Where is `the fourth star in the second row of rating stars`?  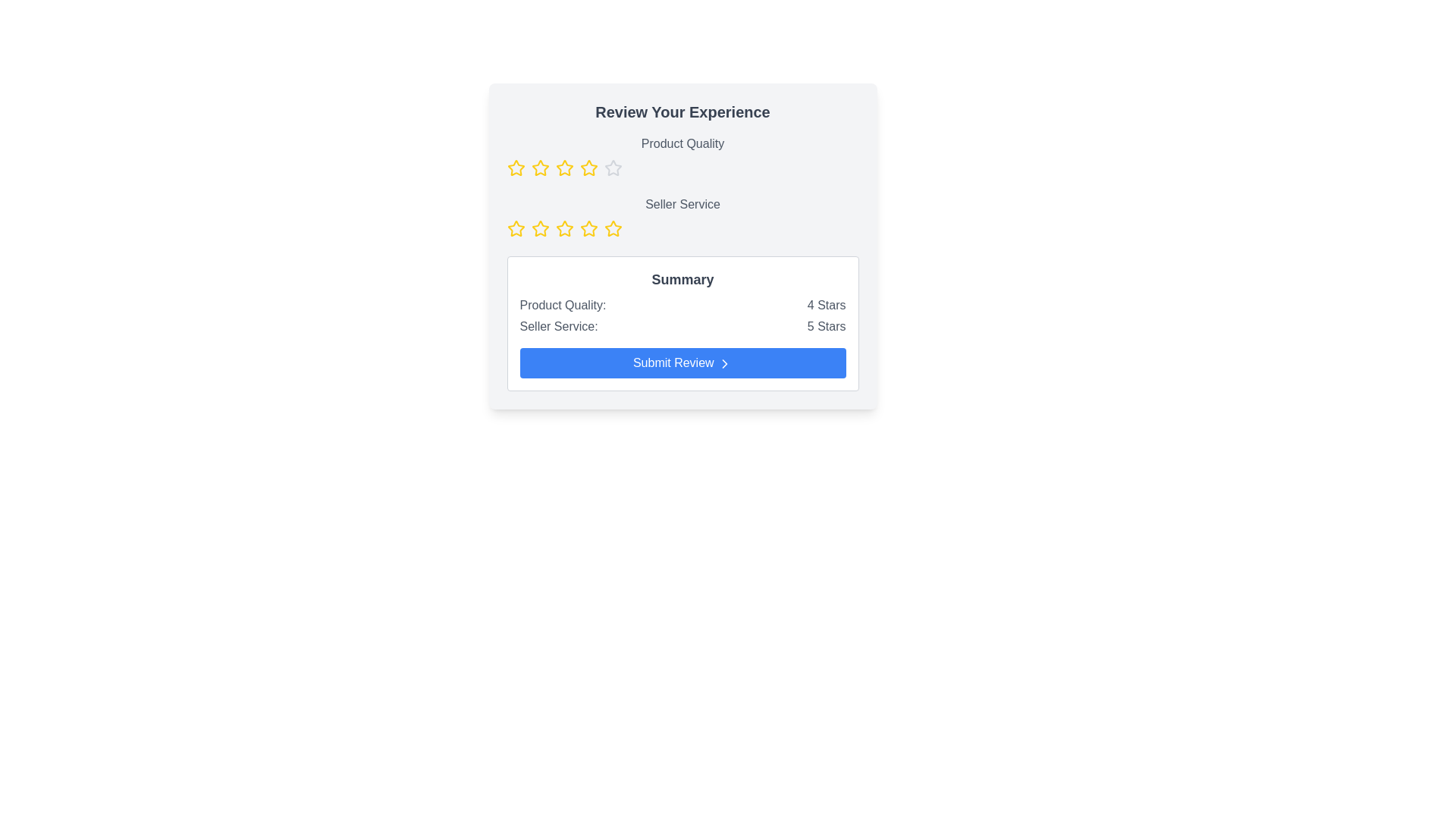
the fourth star in the second row of rating stars is located at coordinates (588, 228).